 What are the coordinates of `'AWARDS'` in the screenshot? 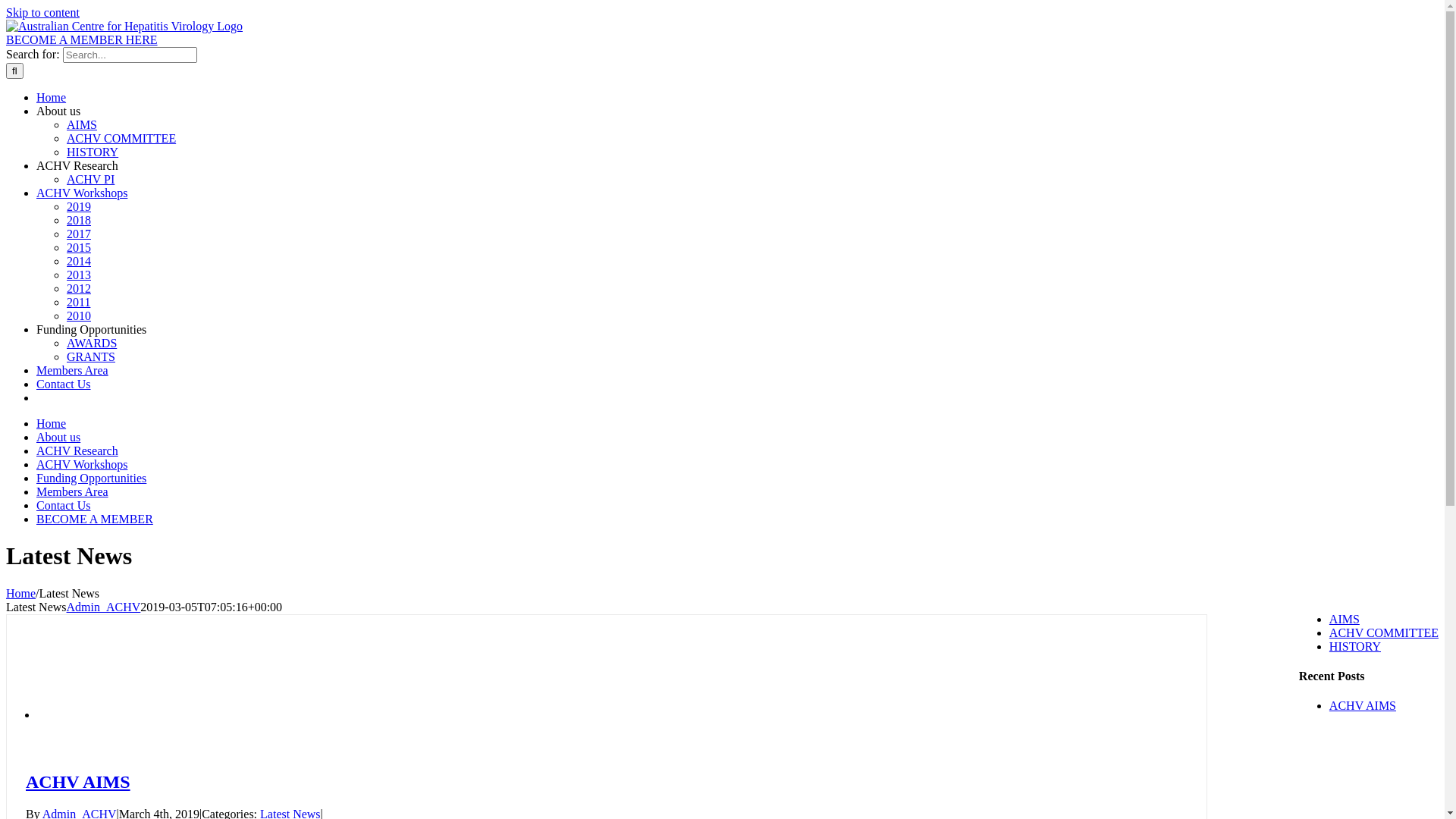 It's located at (90, 343).